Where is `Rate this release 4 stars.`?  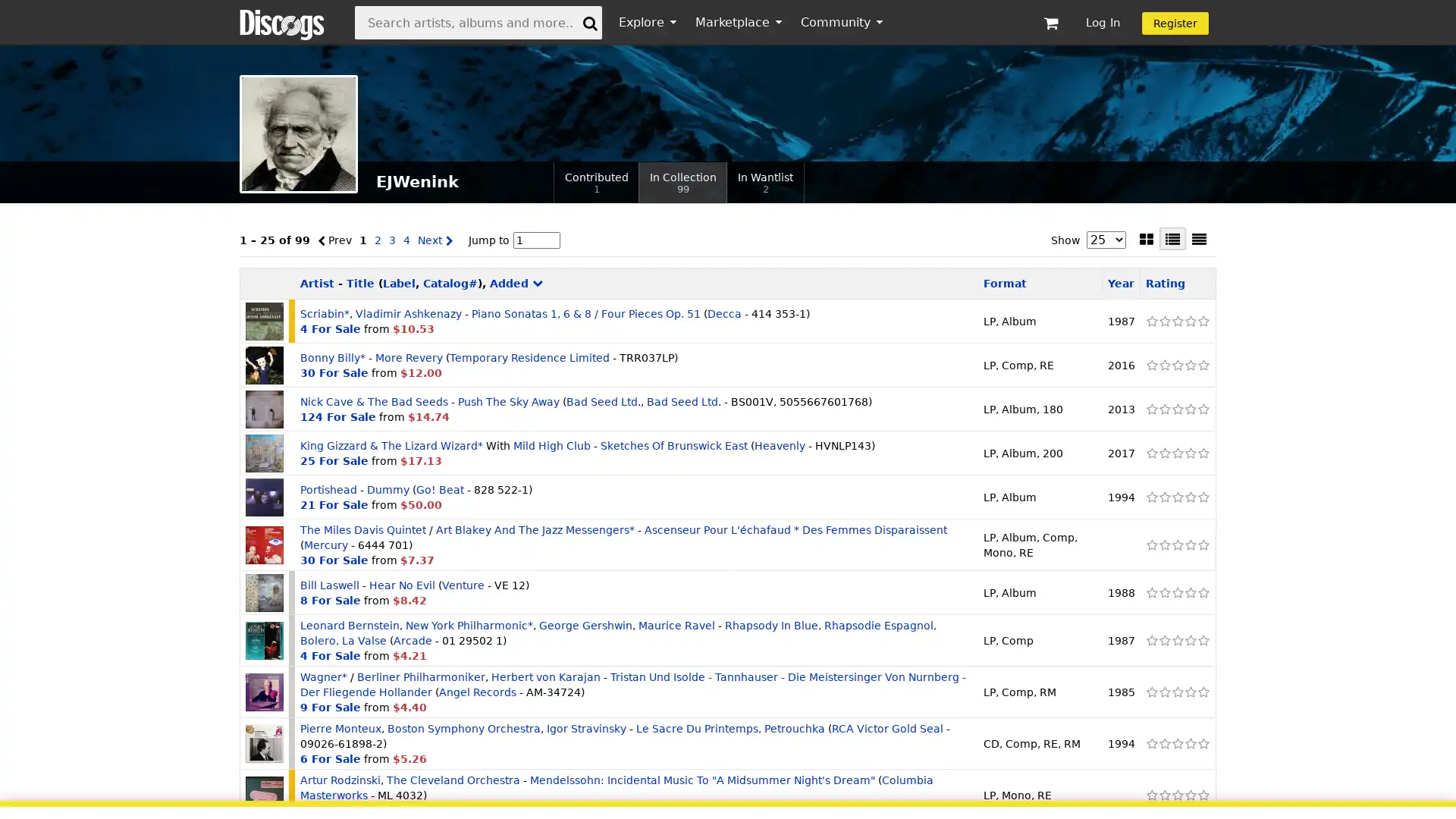
Rate this release 4 stars. is located at coordinates (1189, 409).